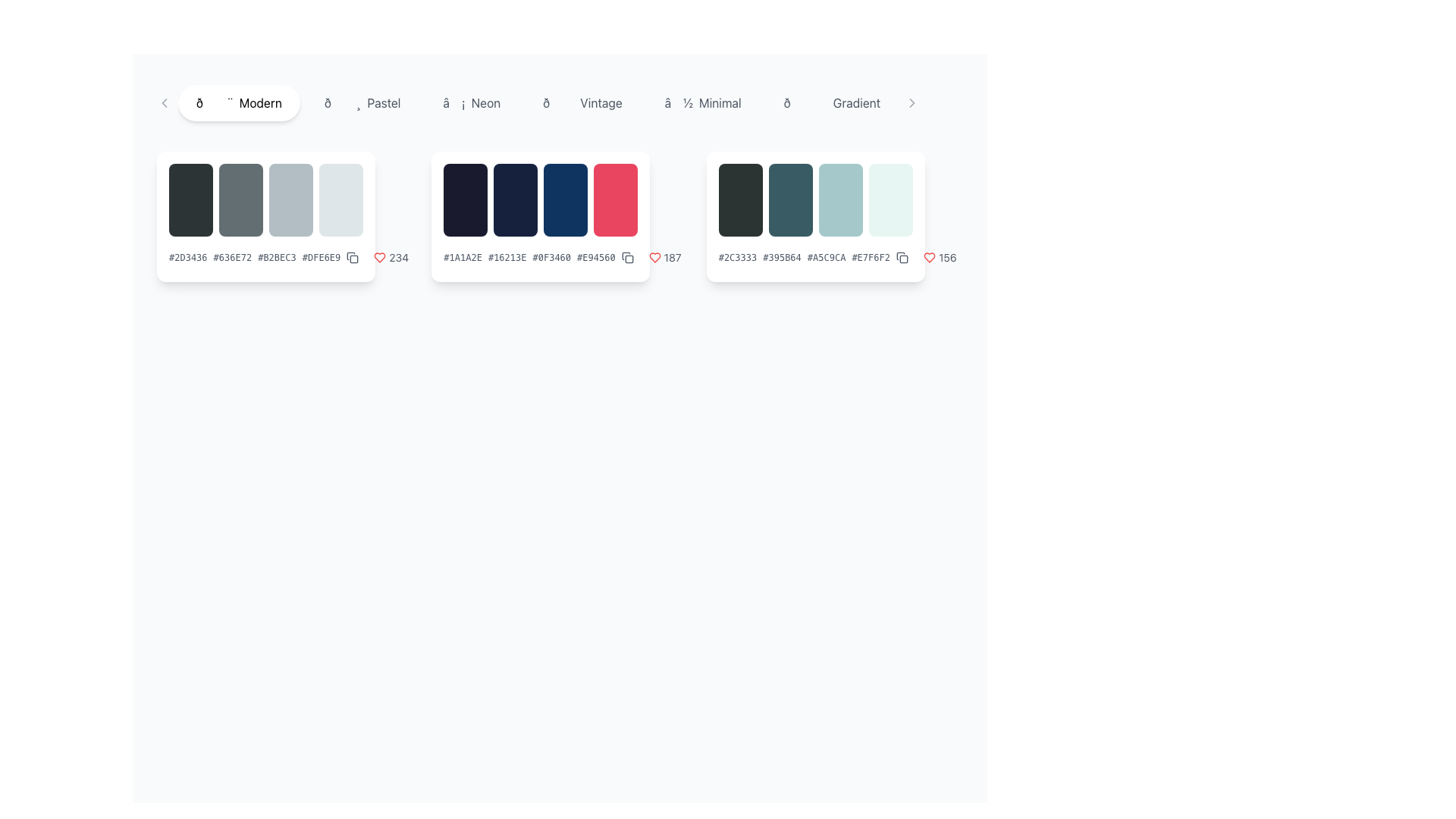 Image resolution: width=1456 pixels, height=819 pixels. Describe the element at coordinates (265, 216) in the screenshot. I see `the Color Palette Display Card located at the top-left corner of the interface, which displays color choices and their hexadecimal codes` at that location.